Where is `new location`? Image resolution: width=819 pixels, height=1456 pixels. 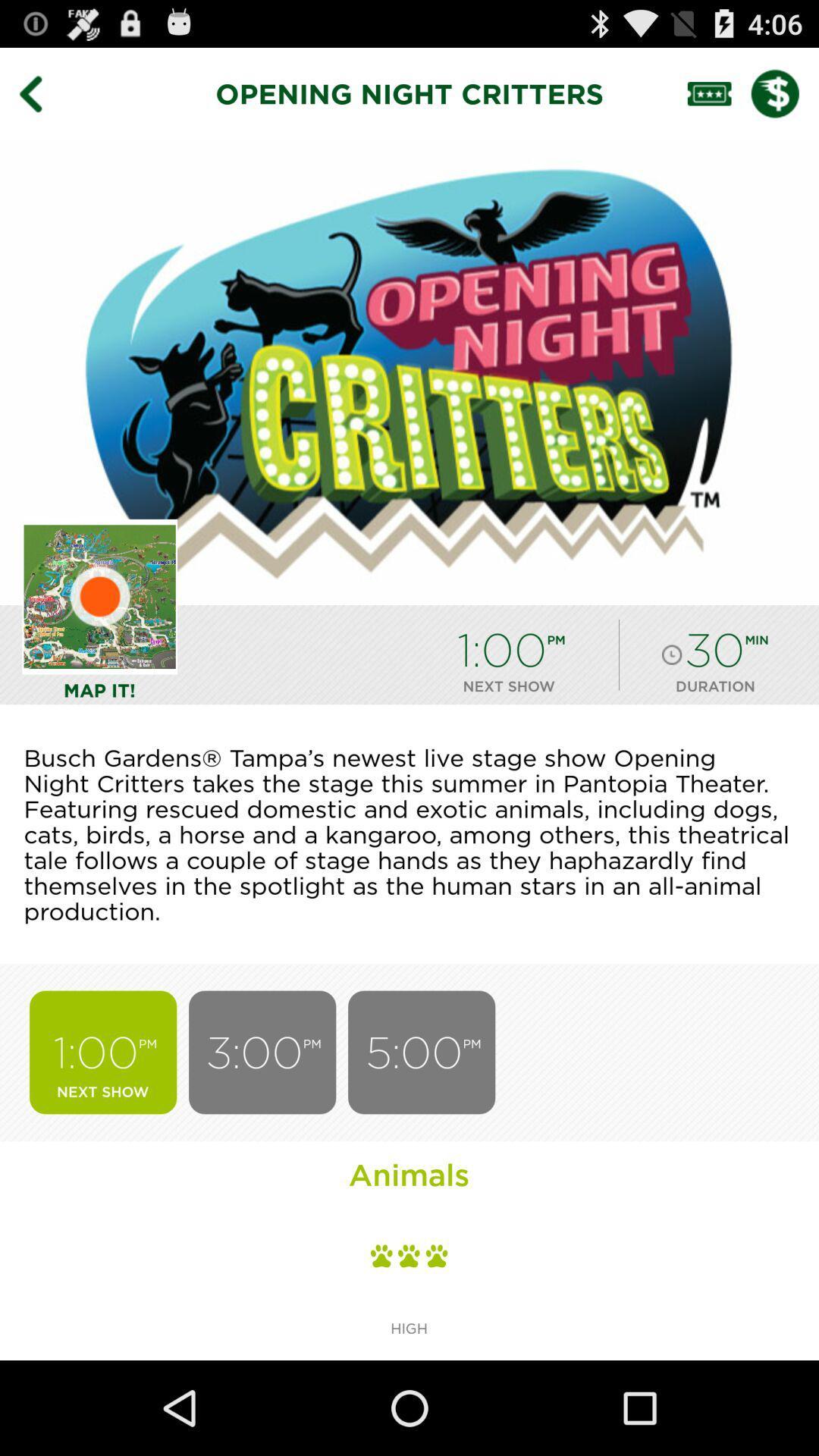 new location is located at coordinates (99, 596).